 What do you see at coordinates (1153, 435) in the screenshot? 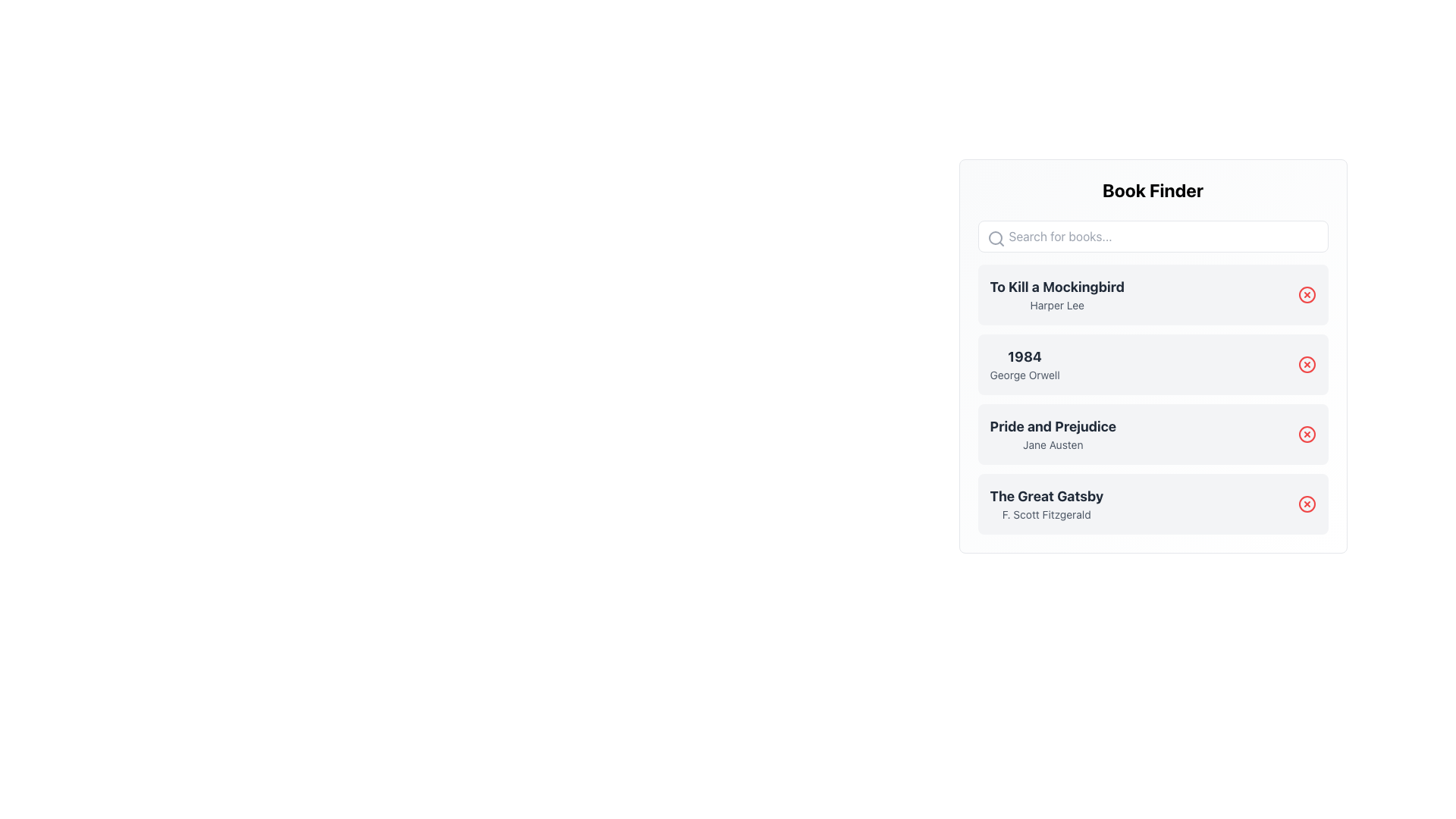
I see `the third book entry titled 'Pride and Prejudice' by Jane Austen in the 'Book Finder' section, which features a circular red icon with an 'X' for removal` at bounding box center [1153, 435].